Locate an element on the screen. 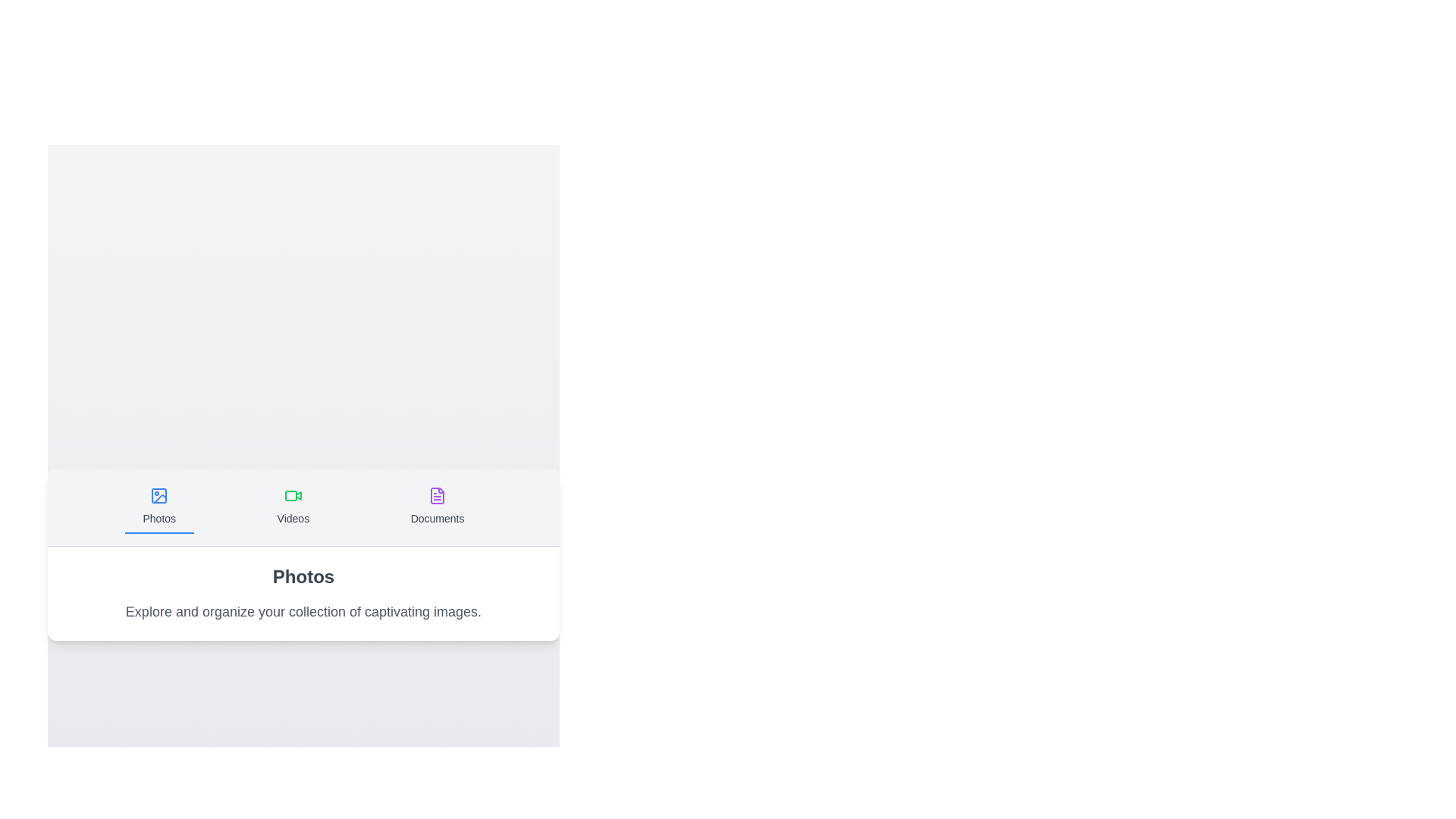 The height and width of the screenshot is (819, 1456). the tab labeled Documents is located at coordinates (437, 507).